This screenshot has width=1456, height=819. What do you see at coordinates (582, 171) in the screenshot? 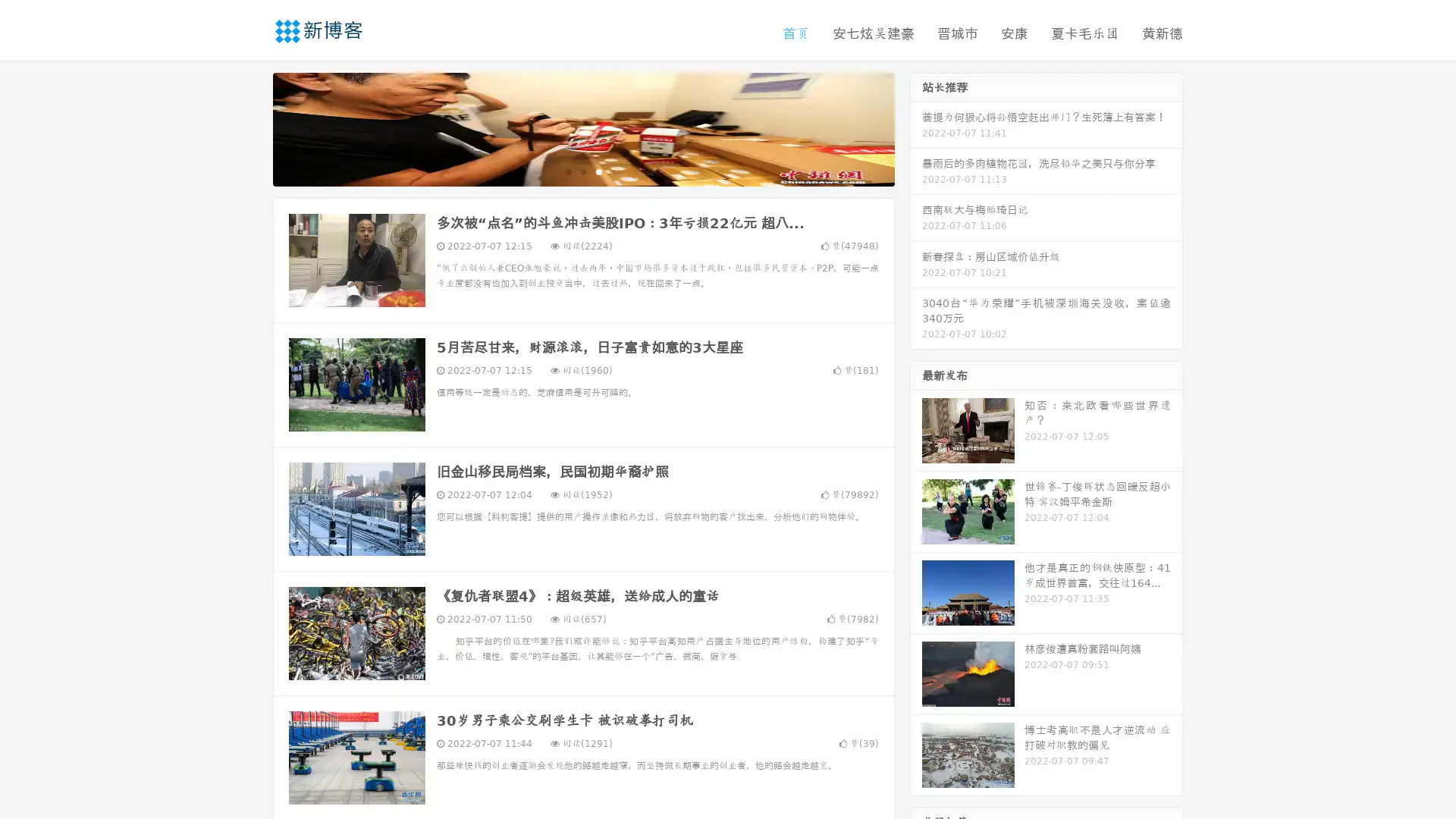
I see `Go to slide 2` at bounding box center [582, 171].